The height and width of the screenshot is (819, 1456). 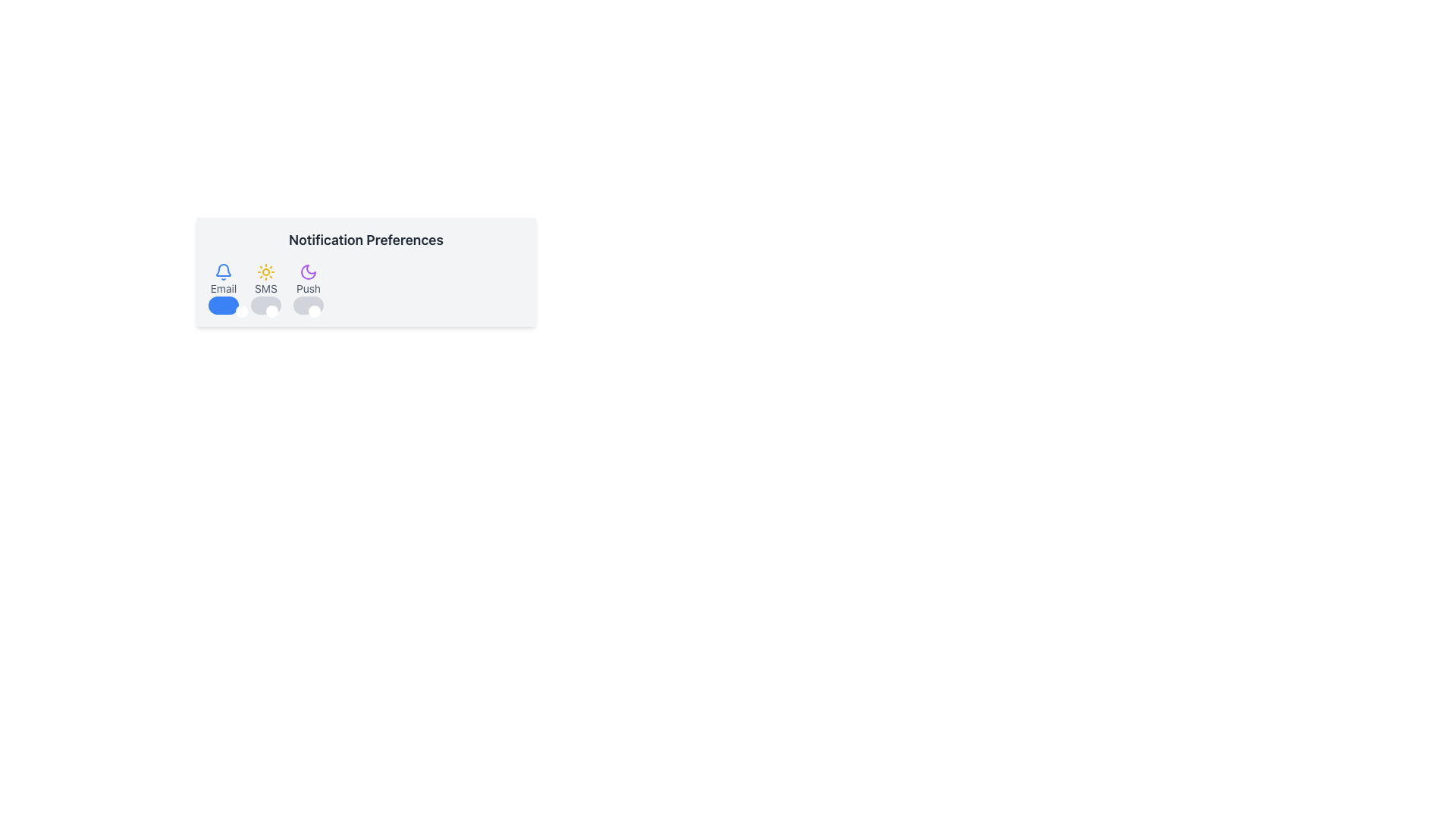 What do you see at coordinates (308, 305) in the screenshot?
I see `the toggle switch labeled 'Push', which is the third toggle from the left in the Notification Preferences section` at bounding box center [308, 305].